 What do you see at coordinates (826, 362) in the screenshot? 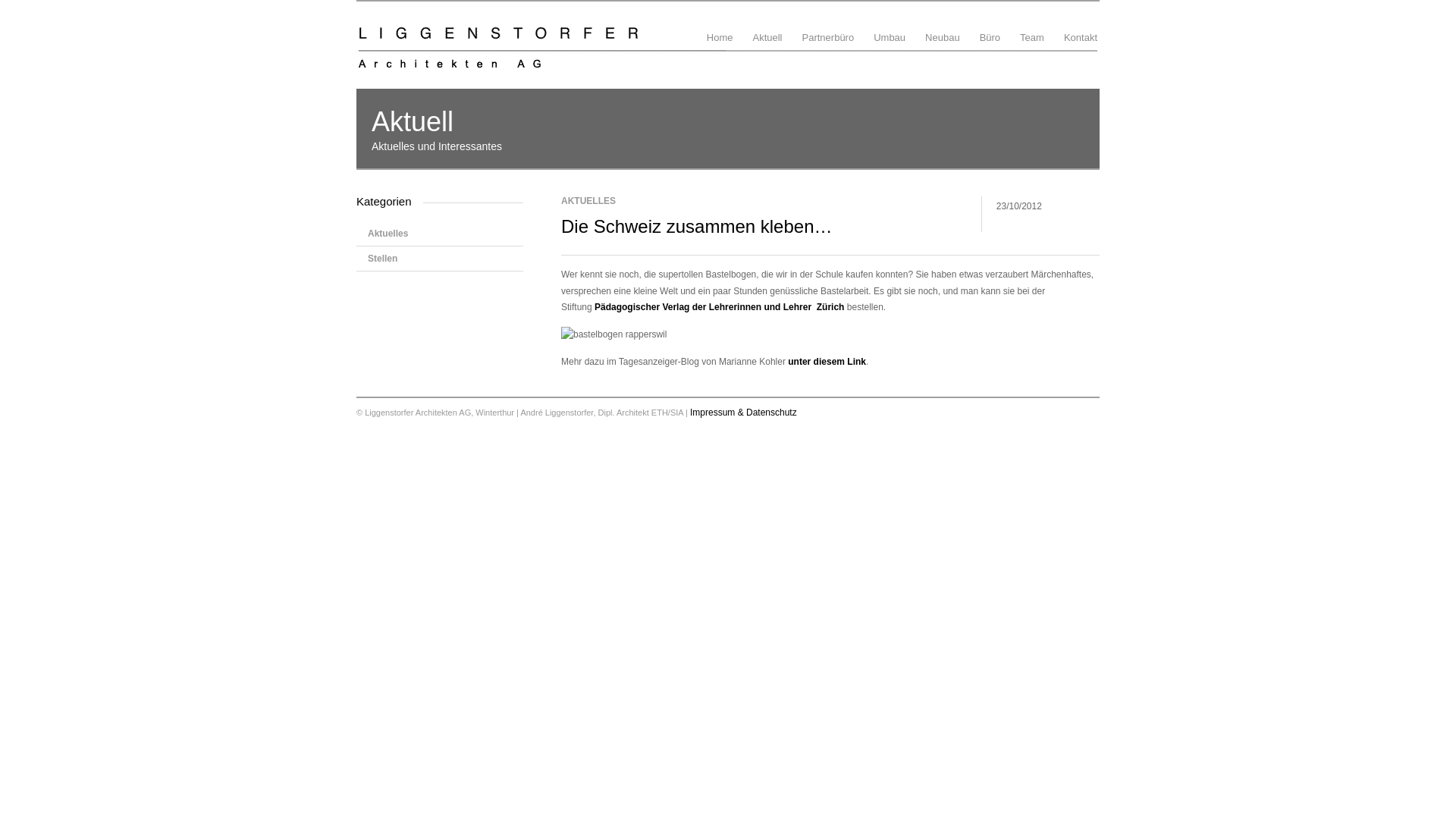
I see `'unter diesem Link'` at bounding box center [826, 362].